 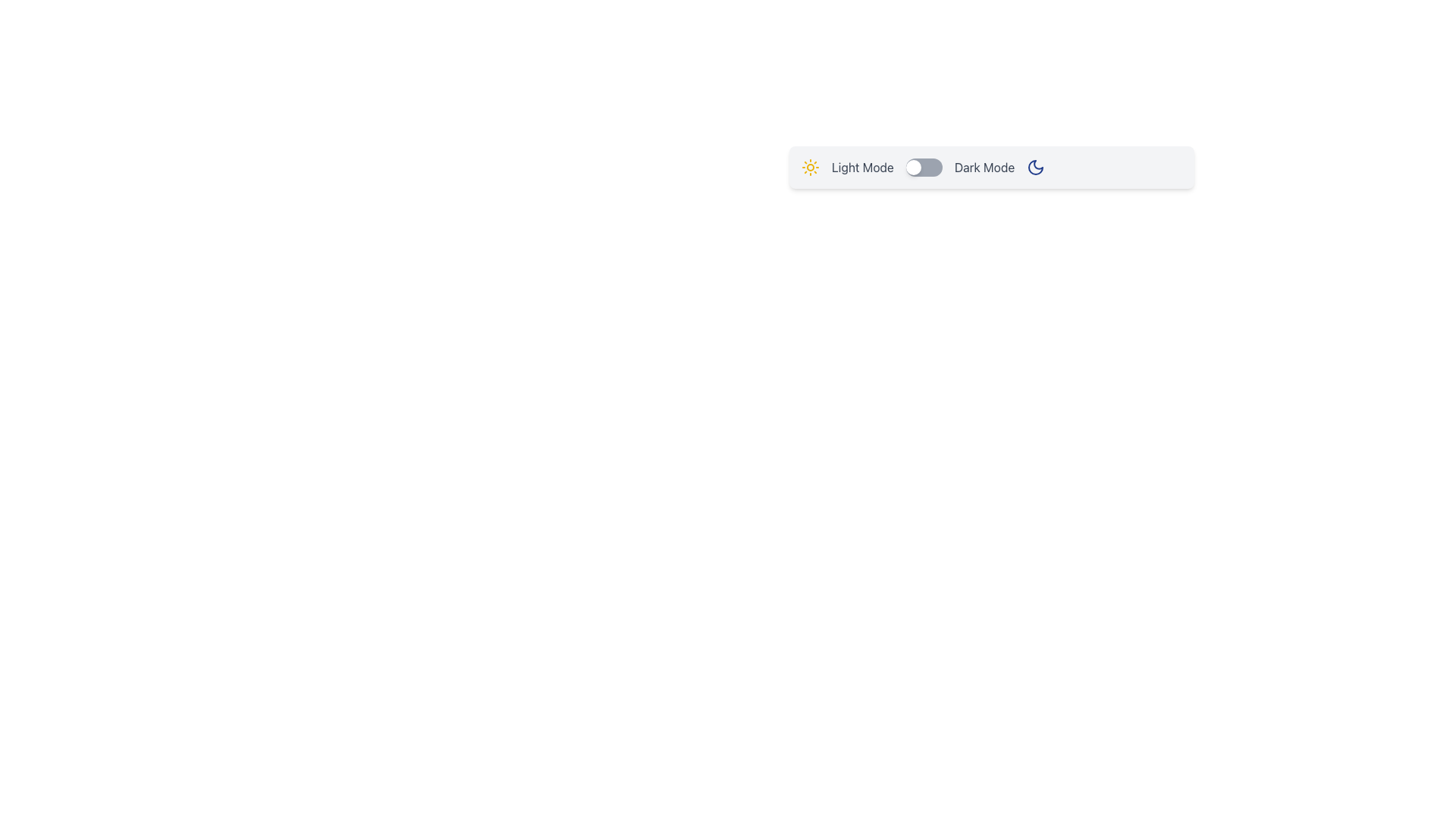 What do you see at coordinates (984, 167) in the screenshot?
I see `the static text label indicating the dark mode option for the theme toggle, which is located to the right of the 'Light Mode' text within a toggle switch layout` at bounding box center [984, 167].